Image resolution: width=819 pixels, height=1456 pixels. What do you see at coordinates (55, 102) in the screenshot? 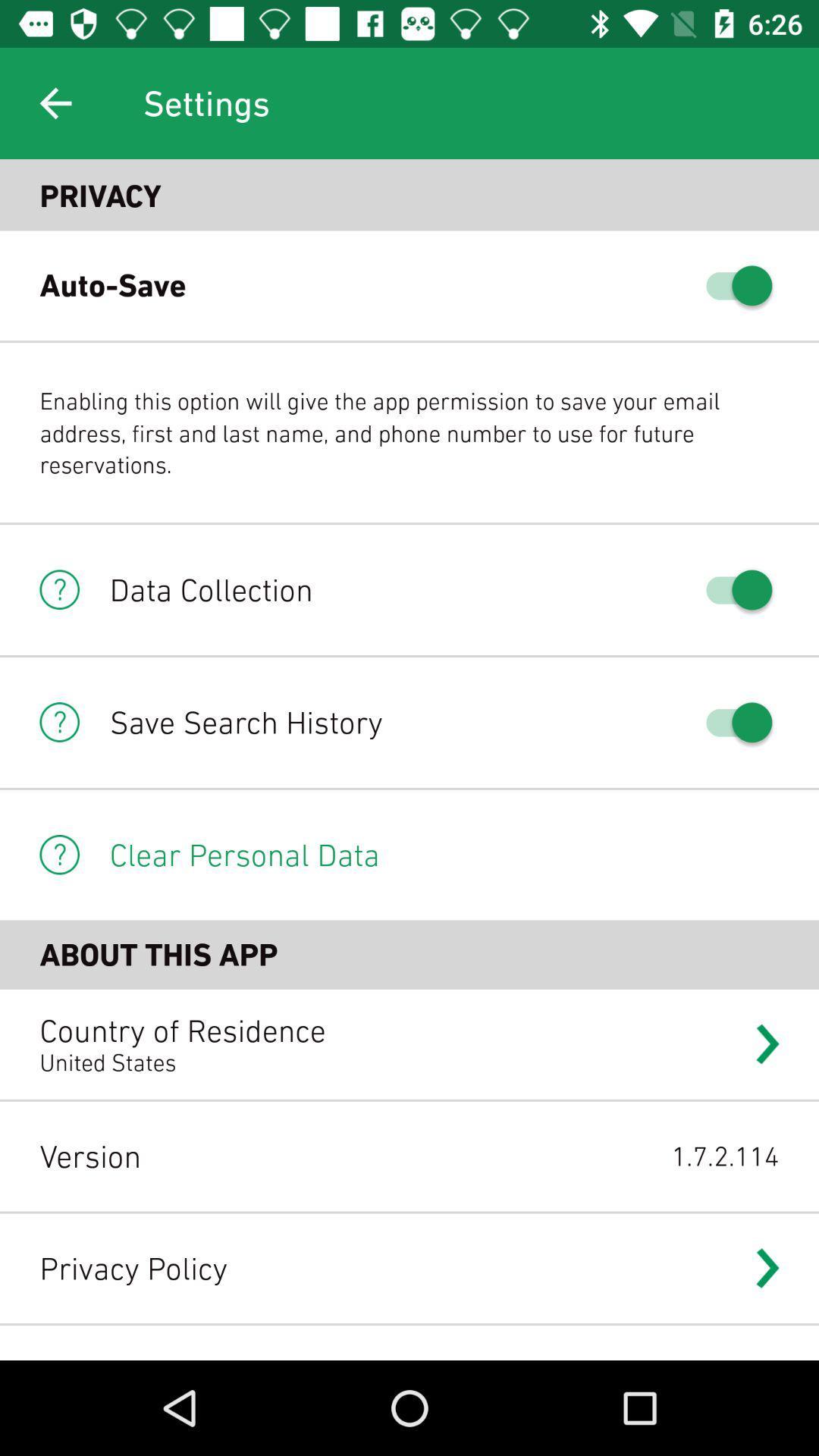
I see `item next to settings icon` at bounding box center [55, 102].